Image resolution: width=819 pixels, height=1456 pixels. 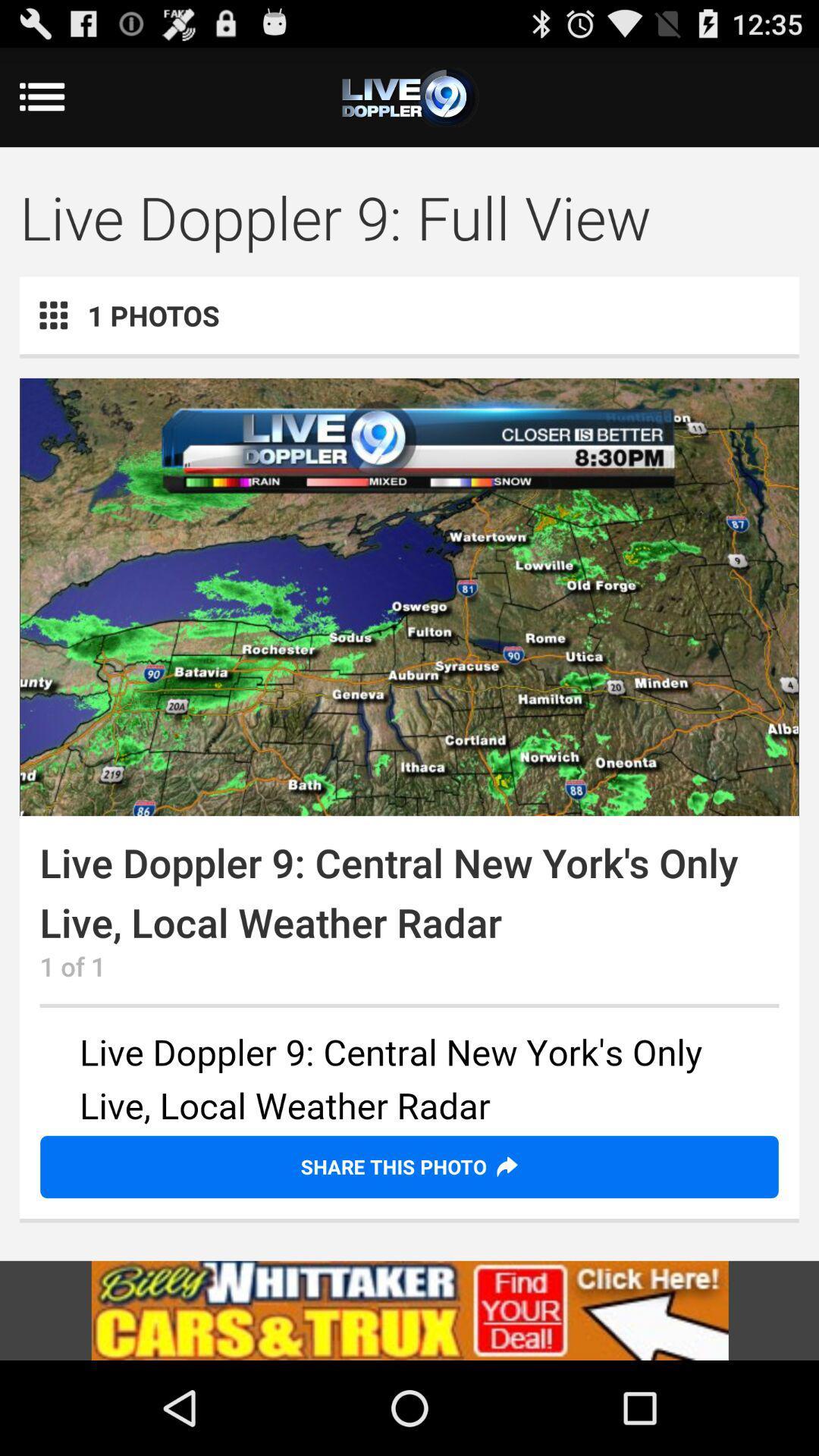 What do you see at coordinates (409, 96) in the screenshot?
I see `the add` at bounding box center [409, 96].